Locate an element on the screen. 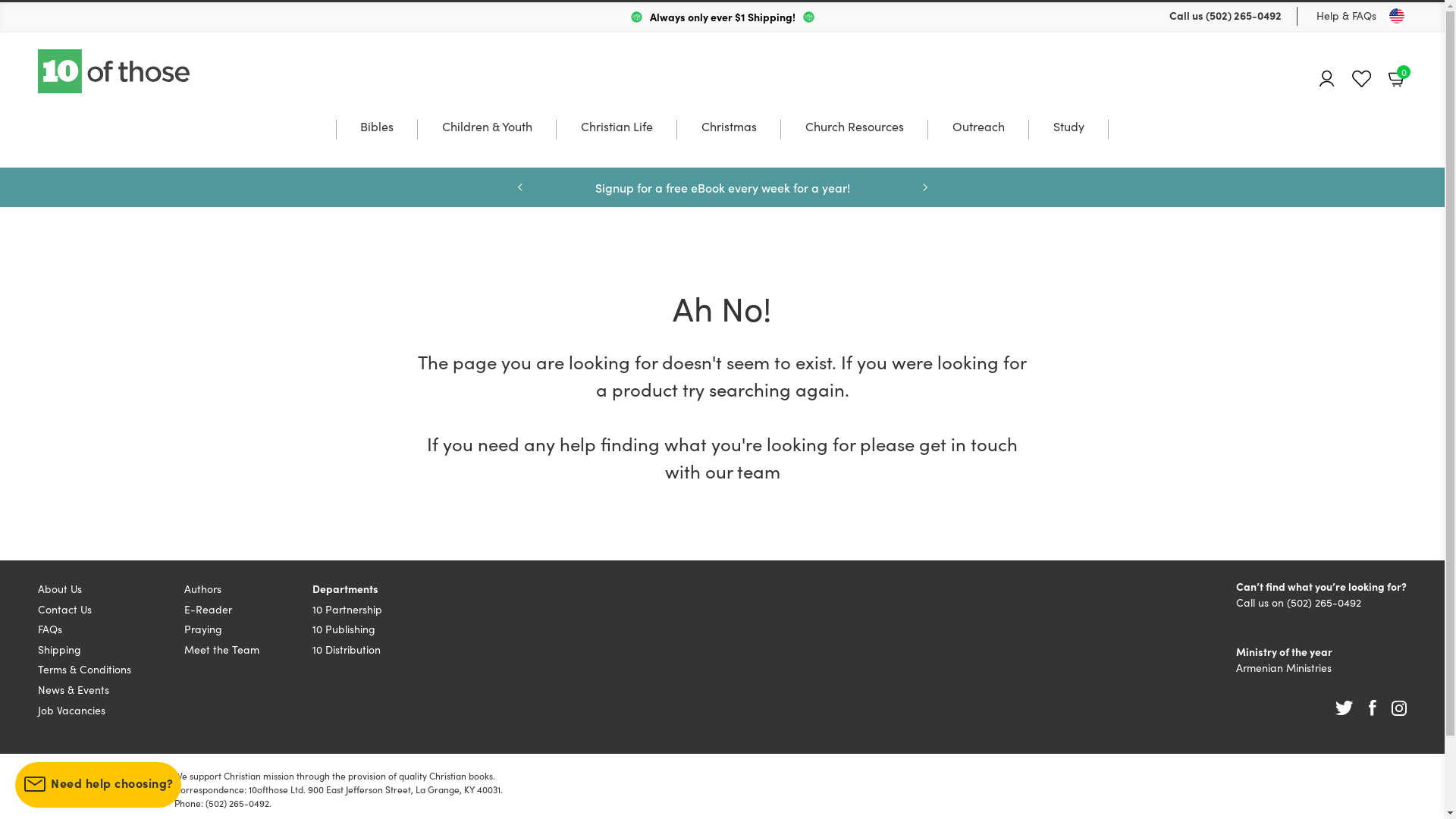 The height and width of the screenshot is (819, 1456). 'Twitter' is located at coordinates (1344, 708).